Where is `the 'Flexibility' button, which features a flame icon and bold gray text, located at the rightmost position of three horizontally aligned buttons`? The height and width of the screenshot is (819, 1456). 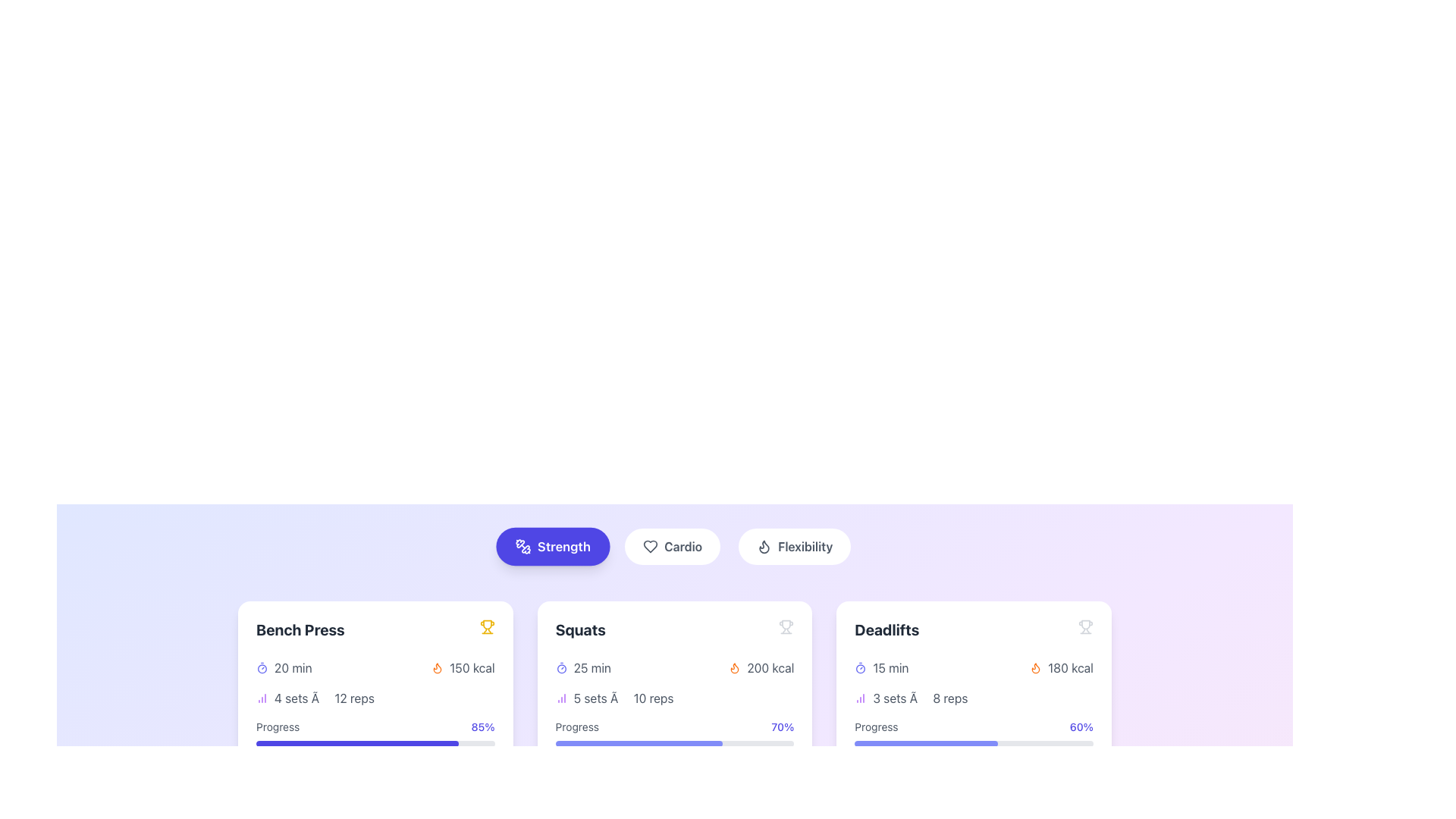
the 'Flexibility' button, which features a flame icon and bold gray text, located at the rightmost position of three horizontally aligned buttons is located at coordinates (794, 547).